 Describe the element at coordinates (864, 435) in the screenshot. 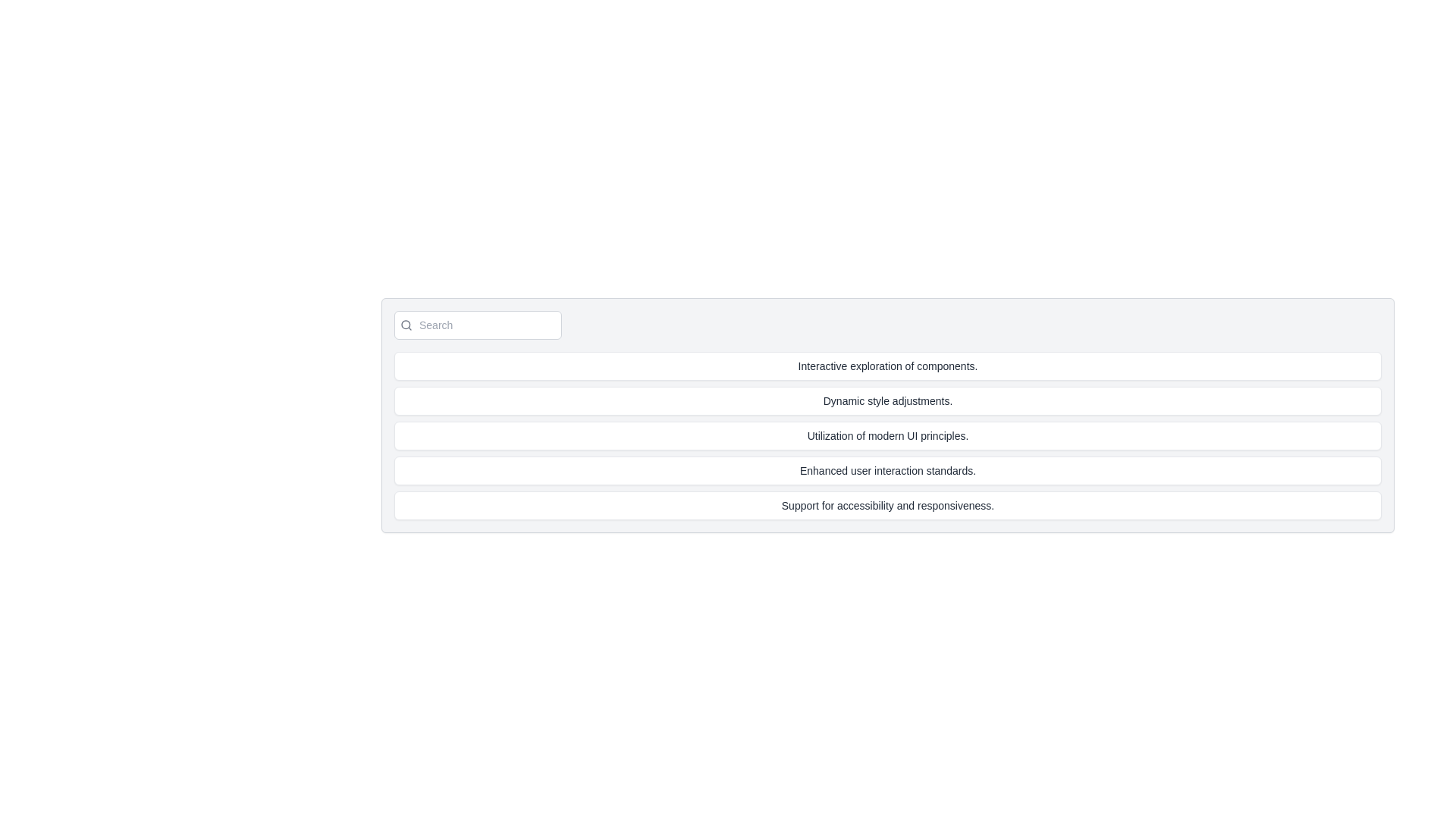

I see `the letter 'f' in the word 'of' within the phrase 'Utilization of modern UI principles', which is the last character in the list item` at that location.